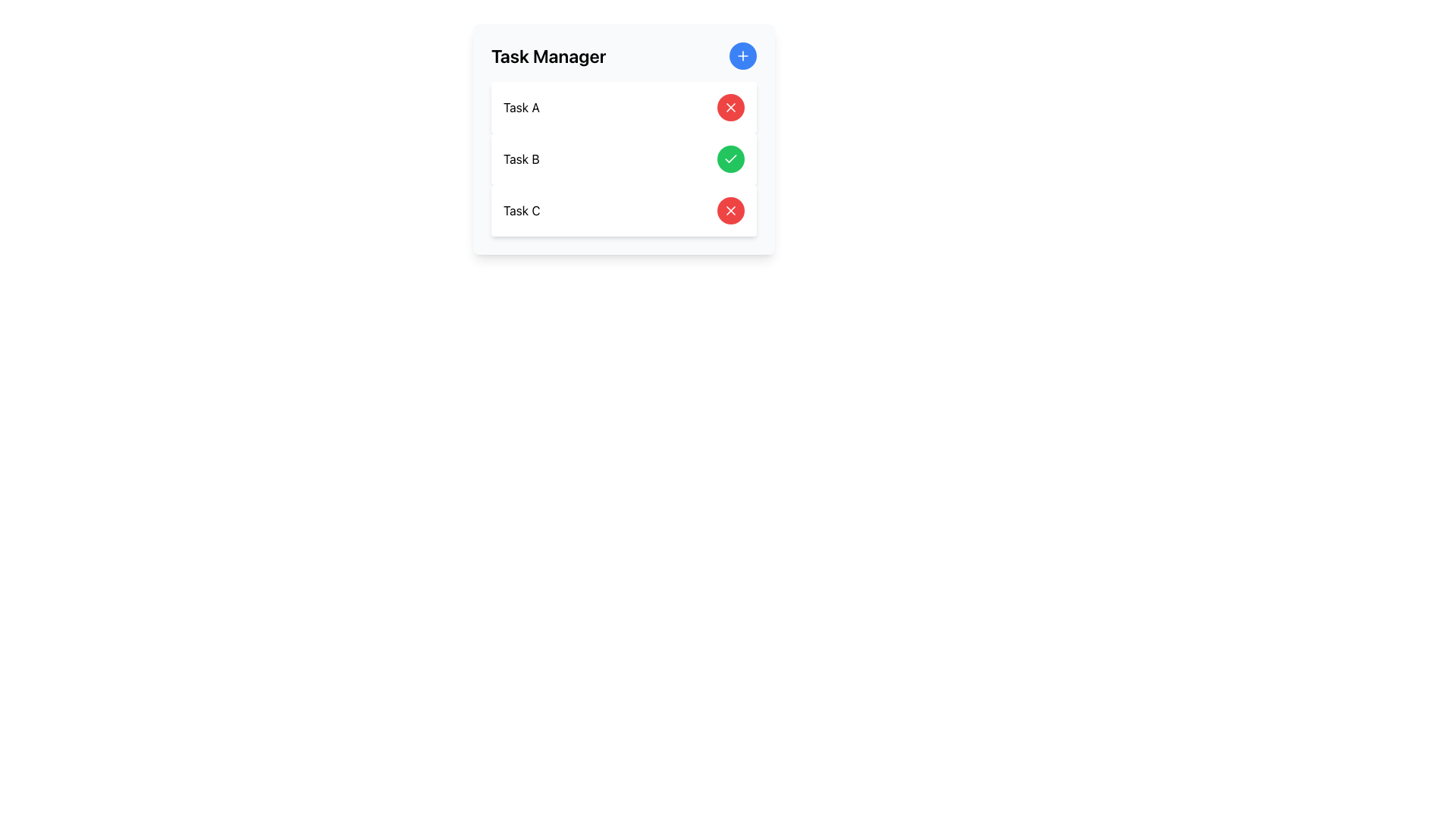 This screenshot has height=819, width=1456. What do you see at coordinates (731, 158) in the screenshot?
I see `the green circular checkmark icon to mark the associated task as complete, which is located to the right of the 'Task B' label` at bounding box center [731, 158].